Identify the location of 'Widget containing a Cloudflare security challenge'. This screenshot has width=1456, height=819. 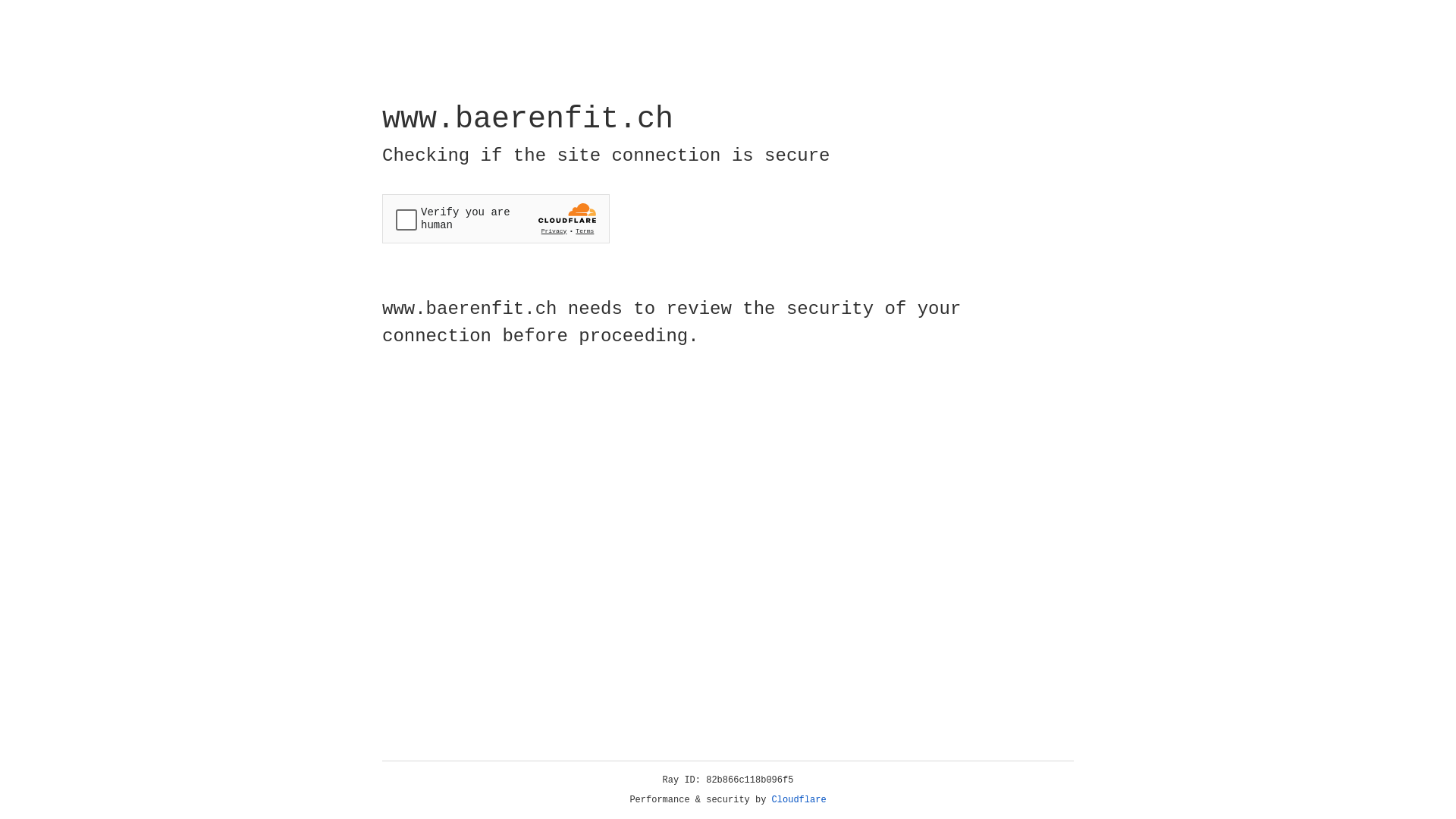
(495, 218).